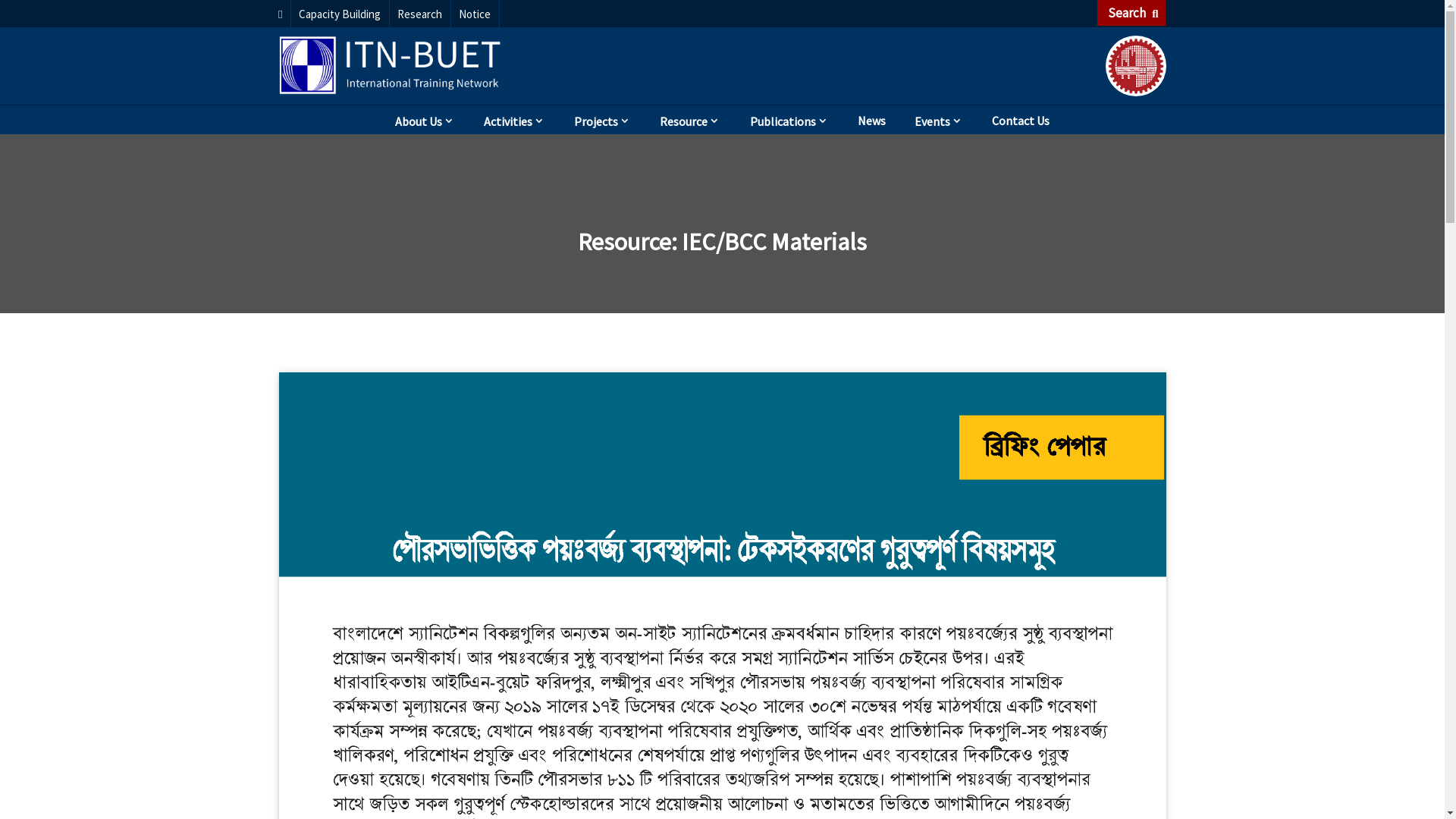 The height and width of the screenshot is (819, 1456). I want to click on 'Activities', so click(514, 118).